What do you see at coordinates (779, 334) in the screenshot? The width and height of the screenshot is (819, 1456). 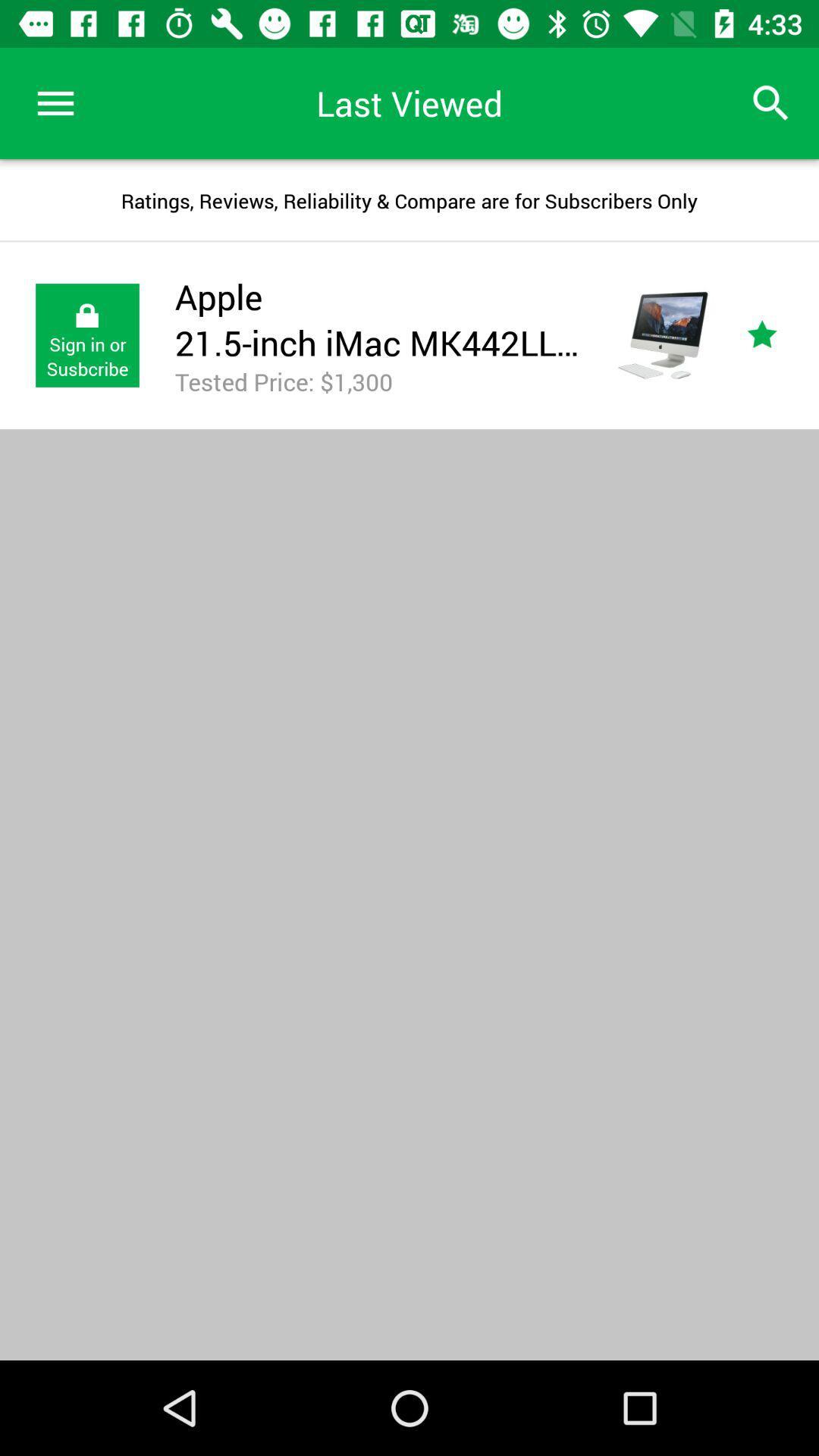 I see `the item below ratings reviews reliability item` at bounding box center [779, 334].